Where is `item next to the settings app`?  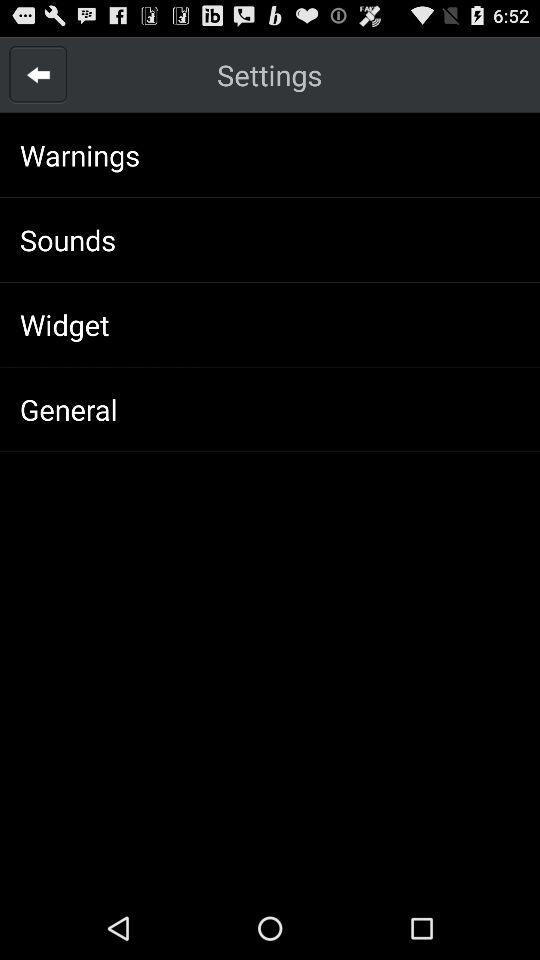
item next to the settings app is located at coordinates (38, 74).